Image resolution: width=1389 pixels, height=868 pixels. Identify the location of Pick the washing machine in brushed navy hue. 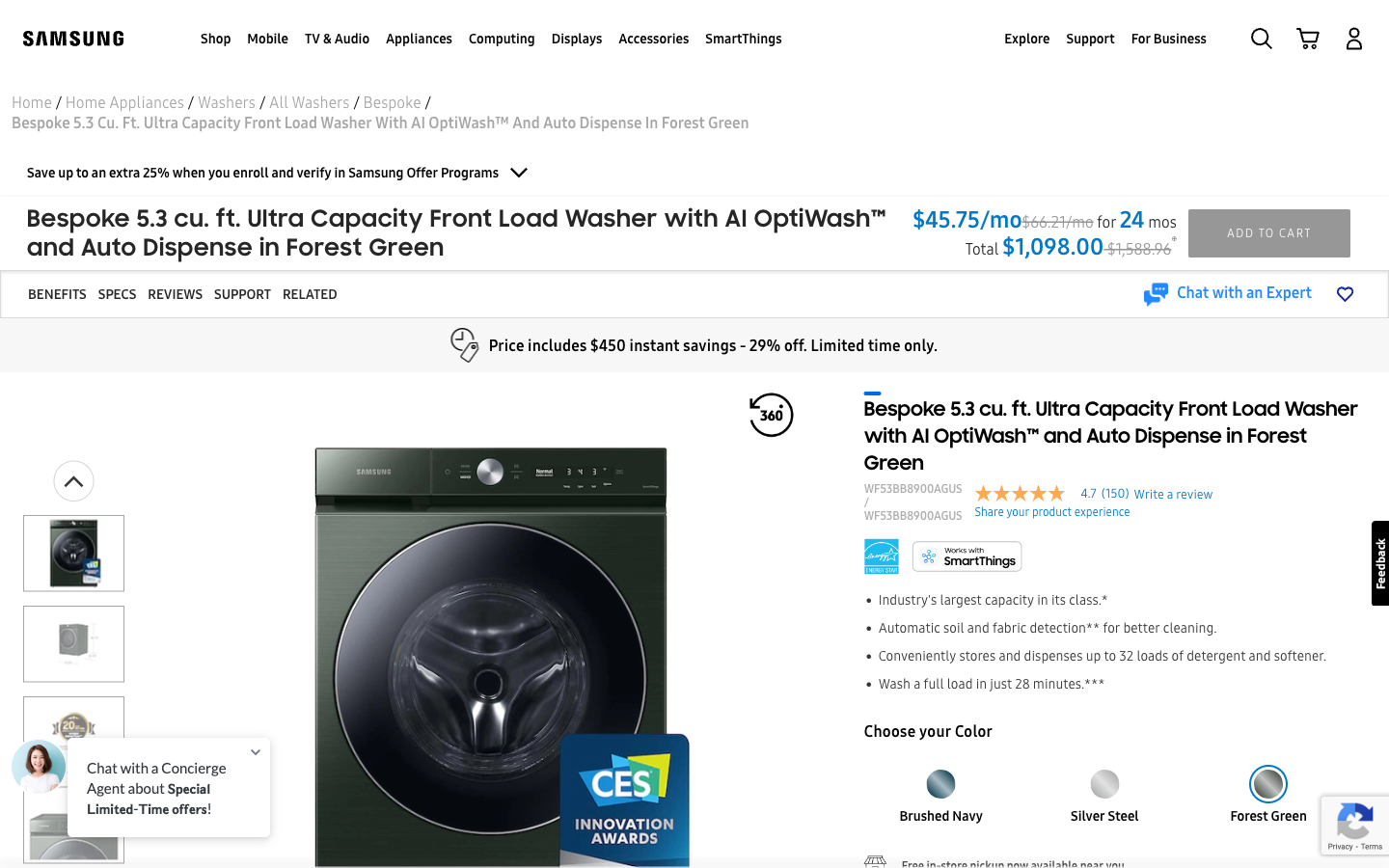
(940, 777).